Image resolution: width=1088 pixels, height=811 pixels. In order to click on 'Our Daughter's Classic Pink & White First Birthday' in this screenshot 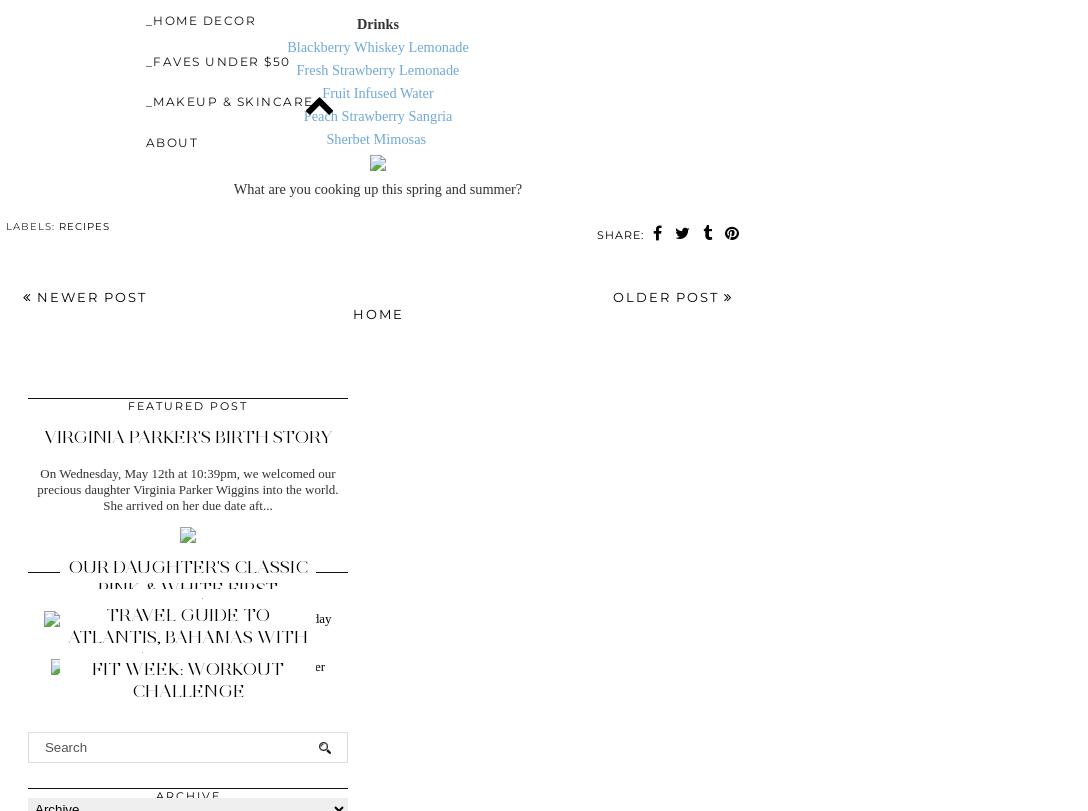, I will do `click(187, 588)`.